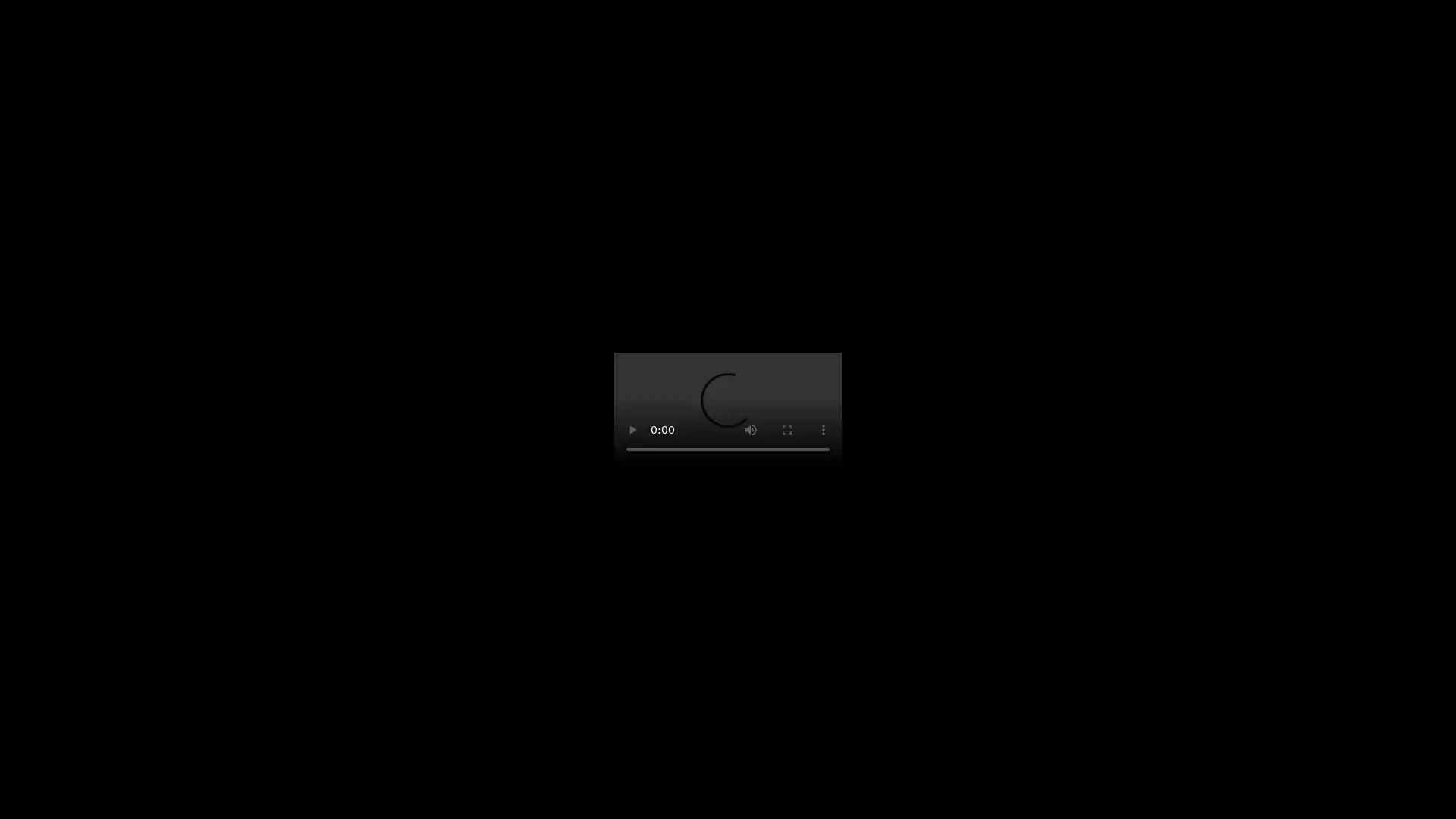 The width and height of the screenshot is (1456, 819). What do you see at coordinates (822, 430) in the screenshot?
I see `show more media controls` at bounding box center [822, 430].